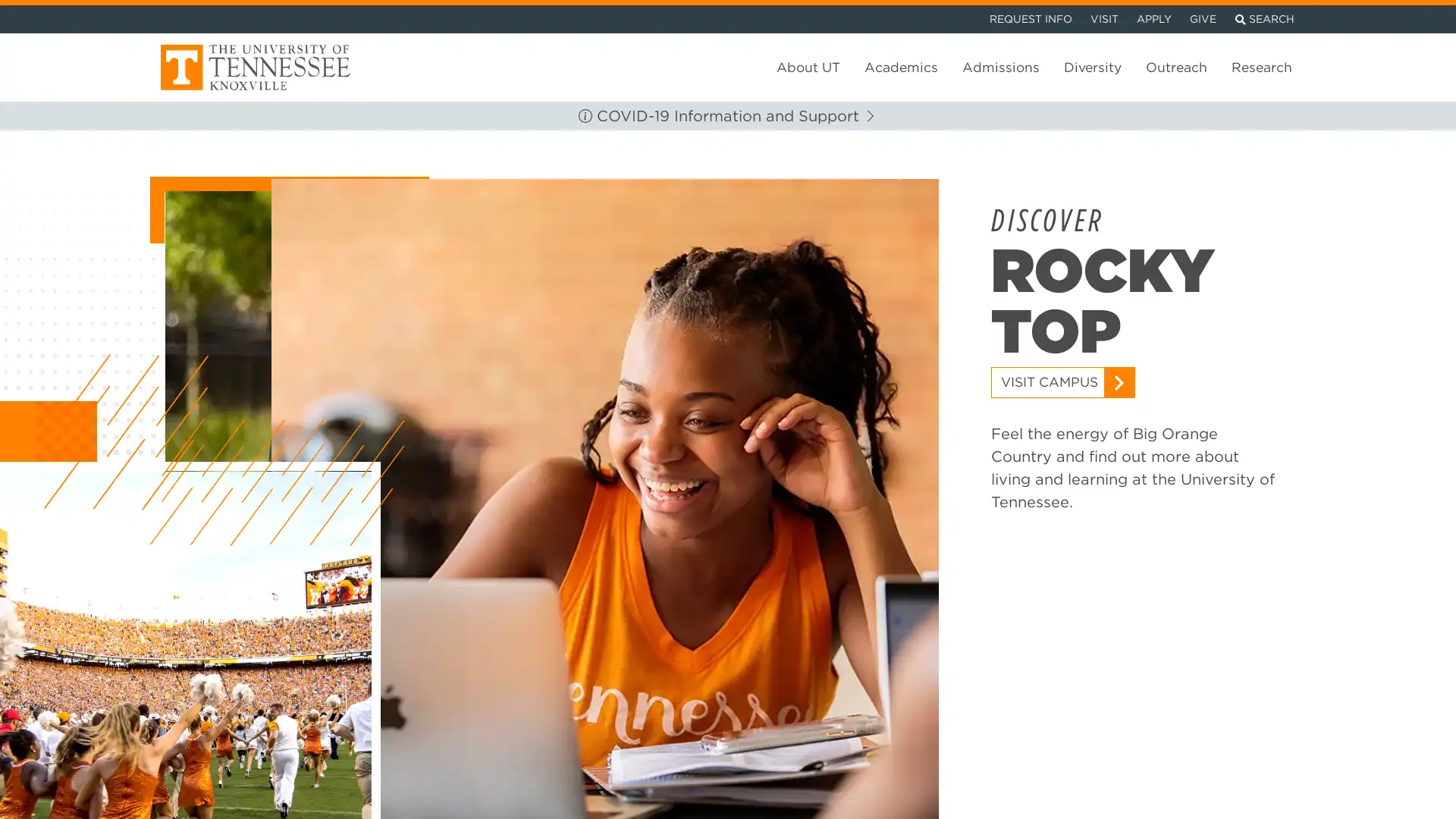 This screenshot has width=1456, height=819. What do you see at coordinates (1264, 17) in the screenshot?
I see `Toggle search` at bounding box center [1264, 17].